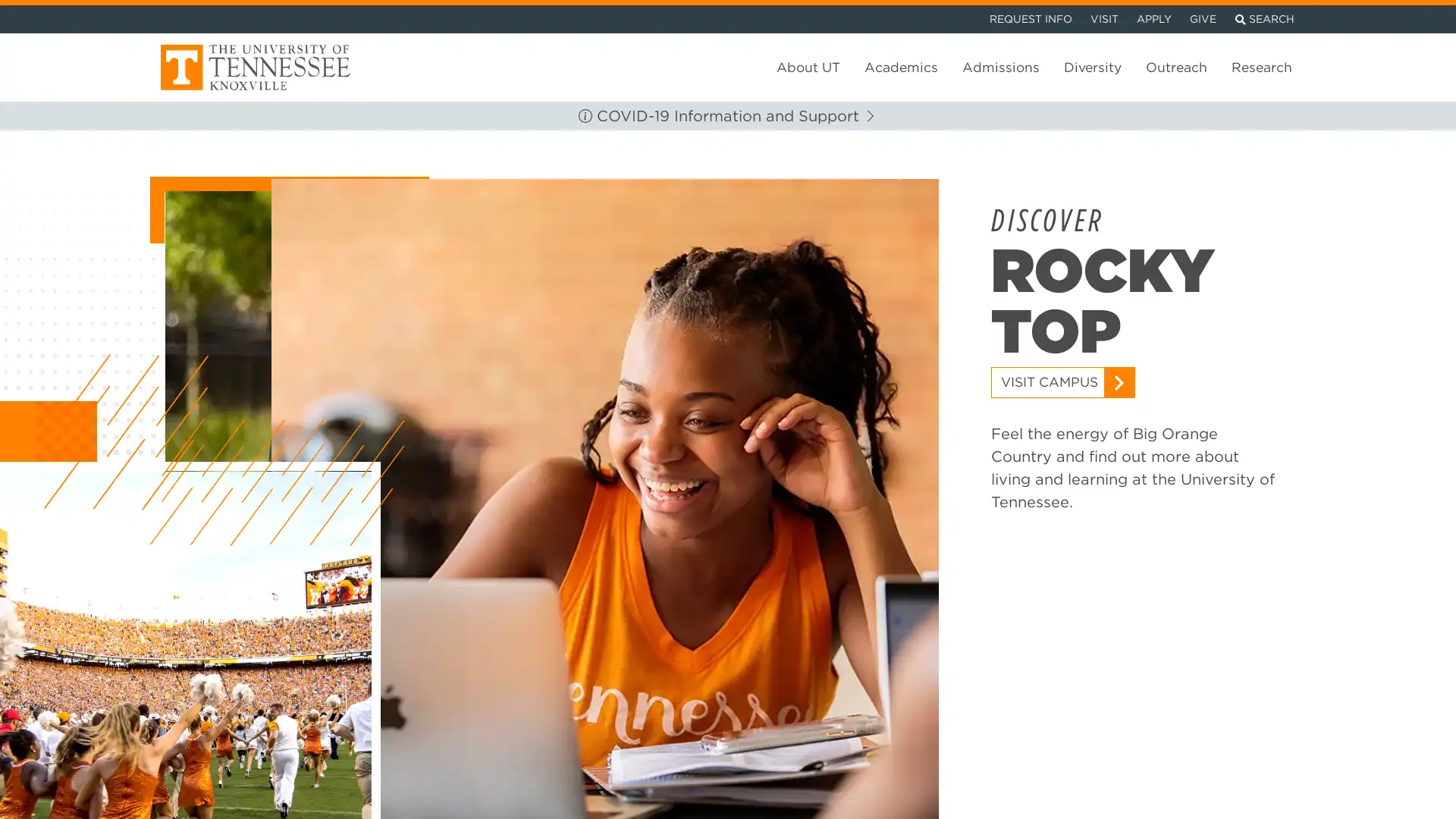 This screenshot has width=1456, height=819. What do you see at coordinates (1264, 17) in the screenshot?
I see `Toggle search` at bounding box center [1264, 17].